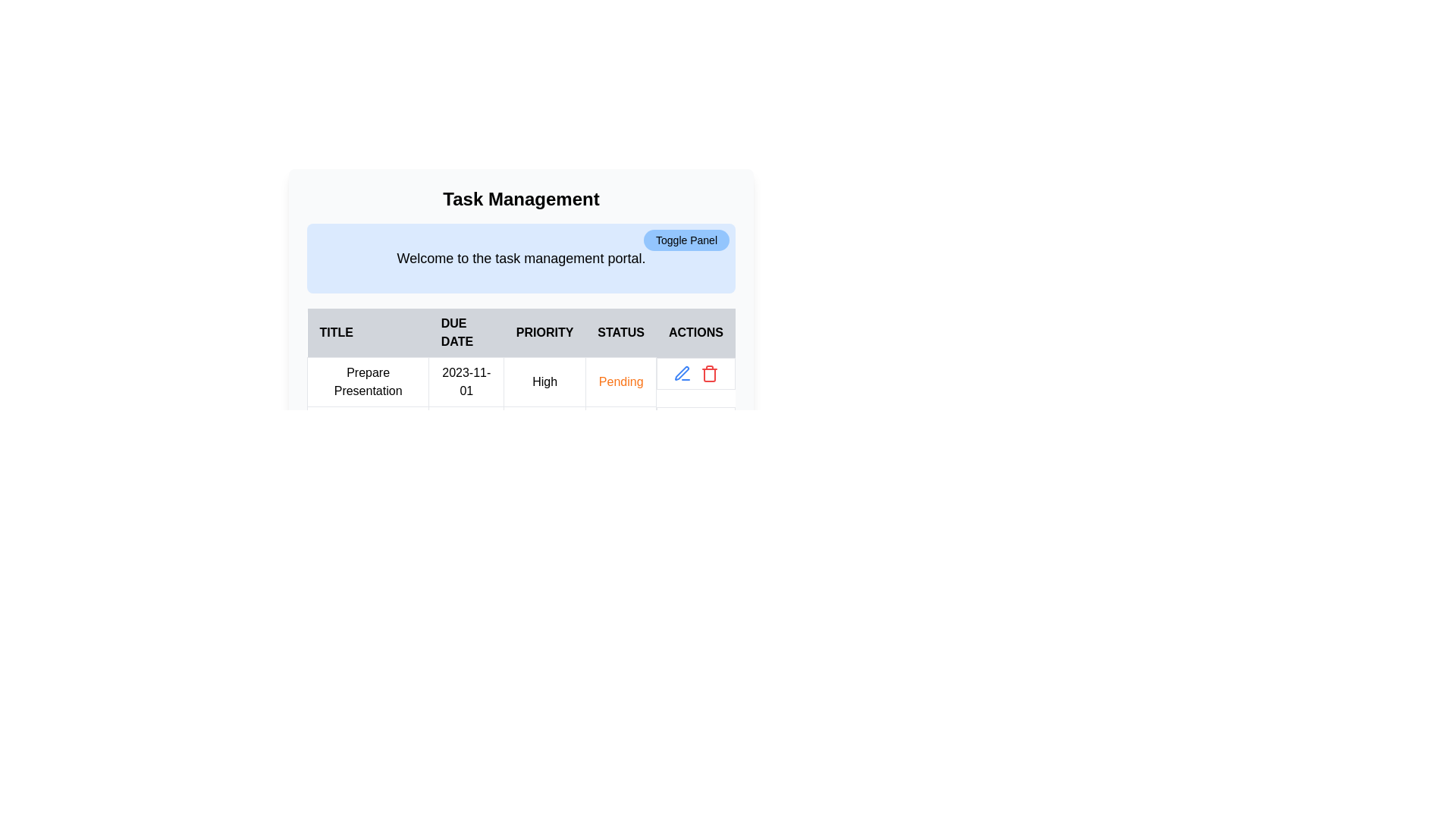 The height and width of the screenshot is (819, 1456). Describe the element at coordinates (709, 373) in the screenshot. I see `the trash can icon button used to indicate a delete function, which is the second icon from the right in the 'Actions' section of the task information table` at that location.